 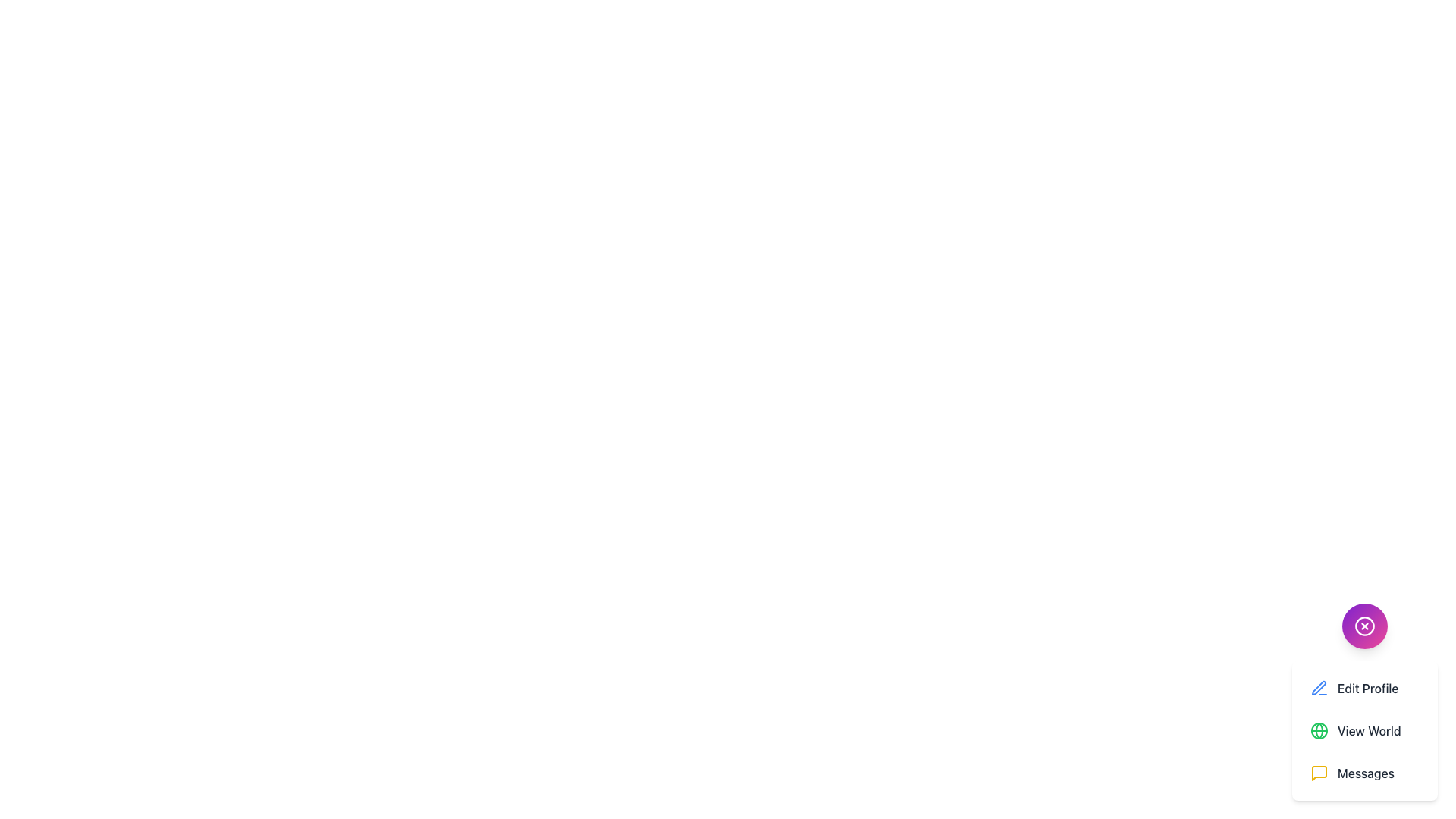 I want to click on the 'View World' button, which is the second item in the vertical list located below 'Edit Profile' and above 'Messages', so click(x=1365, y=730).